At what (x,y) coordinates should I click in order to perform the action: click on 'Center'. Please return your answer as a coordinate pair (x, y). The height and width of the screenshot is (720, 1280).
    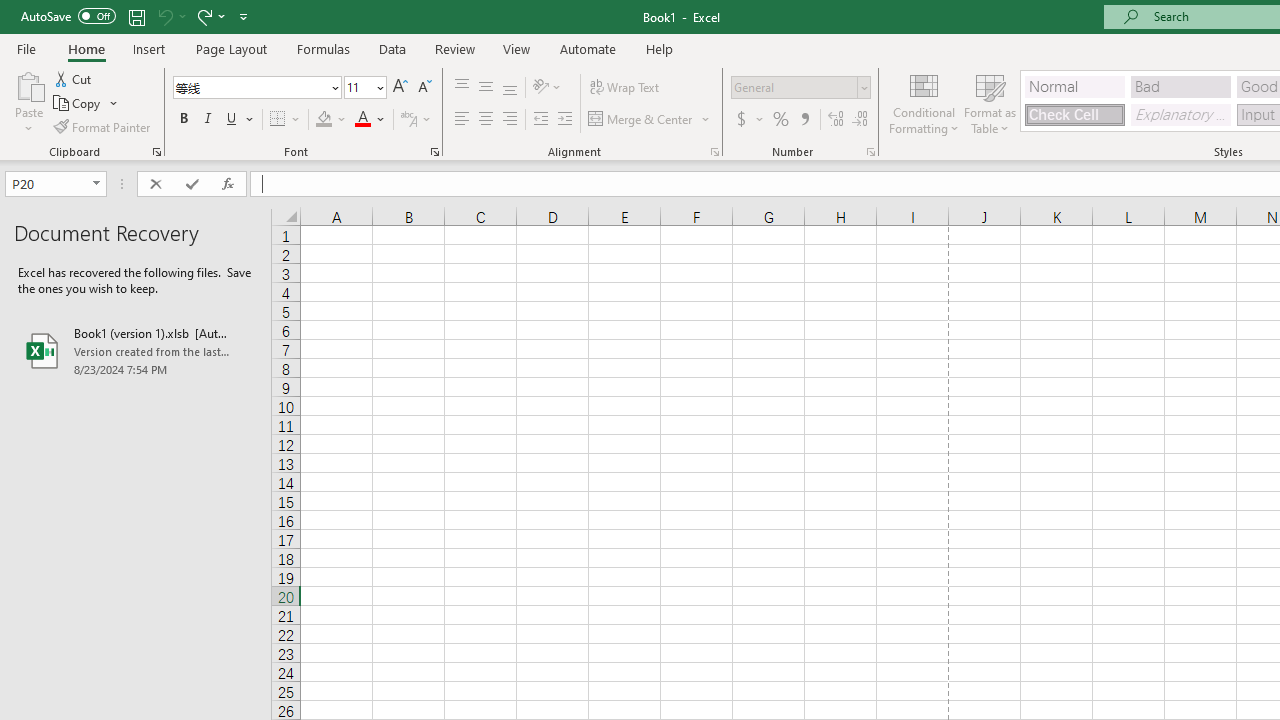
    Looking at the image, I should click on (485, 119).